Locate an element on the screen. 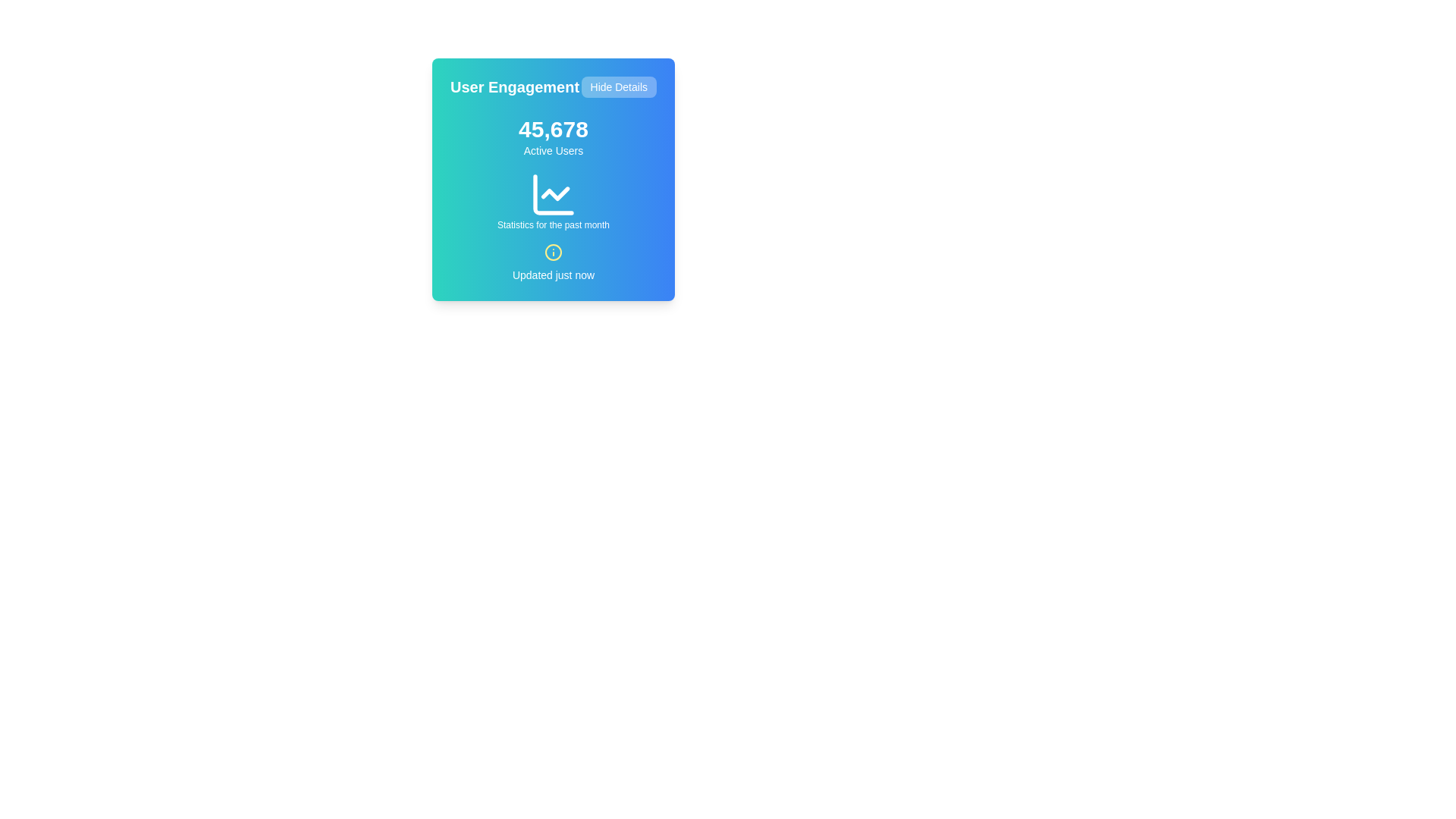 This screenshot has width=1456, height=819. the informational graphic with a line chart icon and the text 'Statistics for the past month' is located at coordinates (552, 200).